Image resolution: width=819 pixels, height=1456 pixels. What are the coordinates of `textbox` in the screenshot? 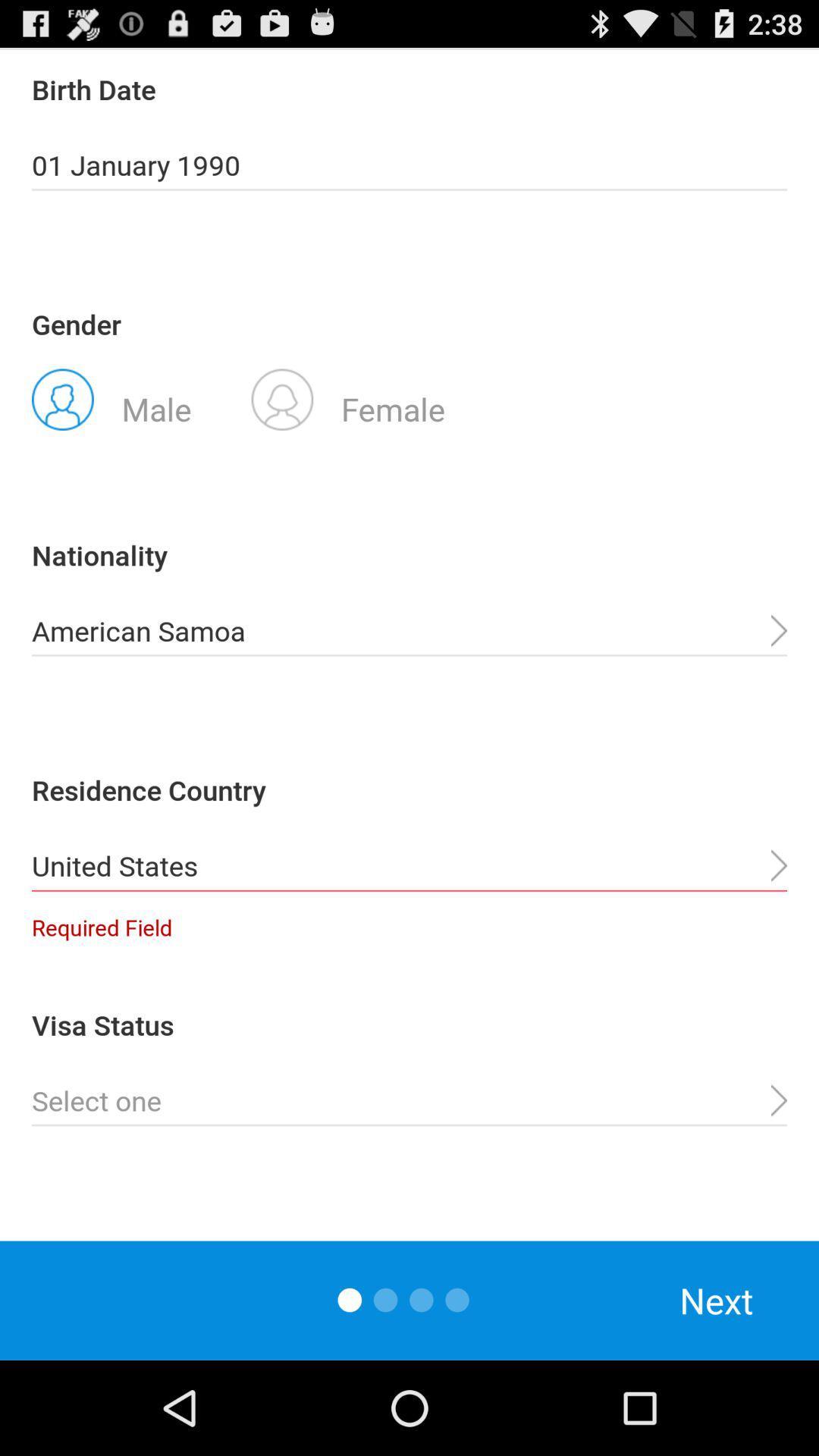 It's located at (409, 1101).